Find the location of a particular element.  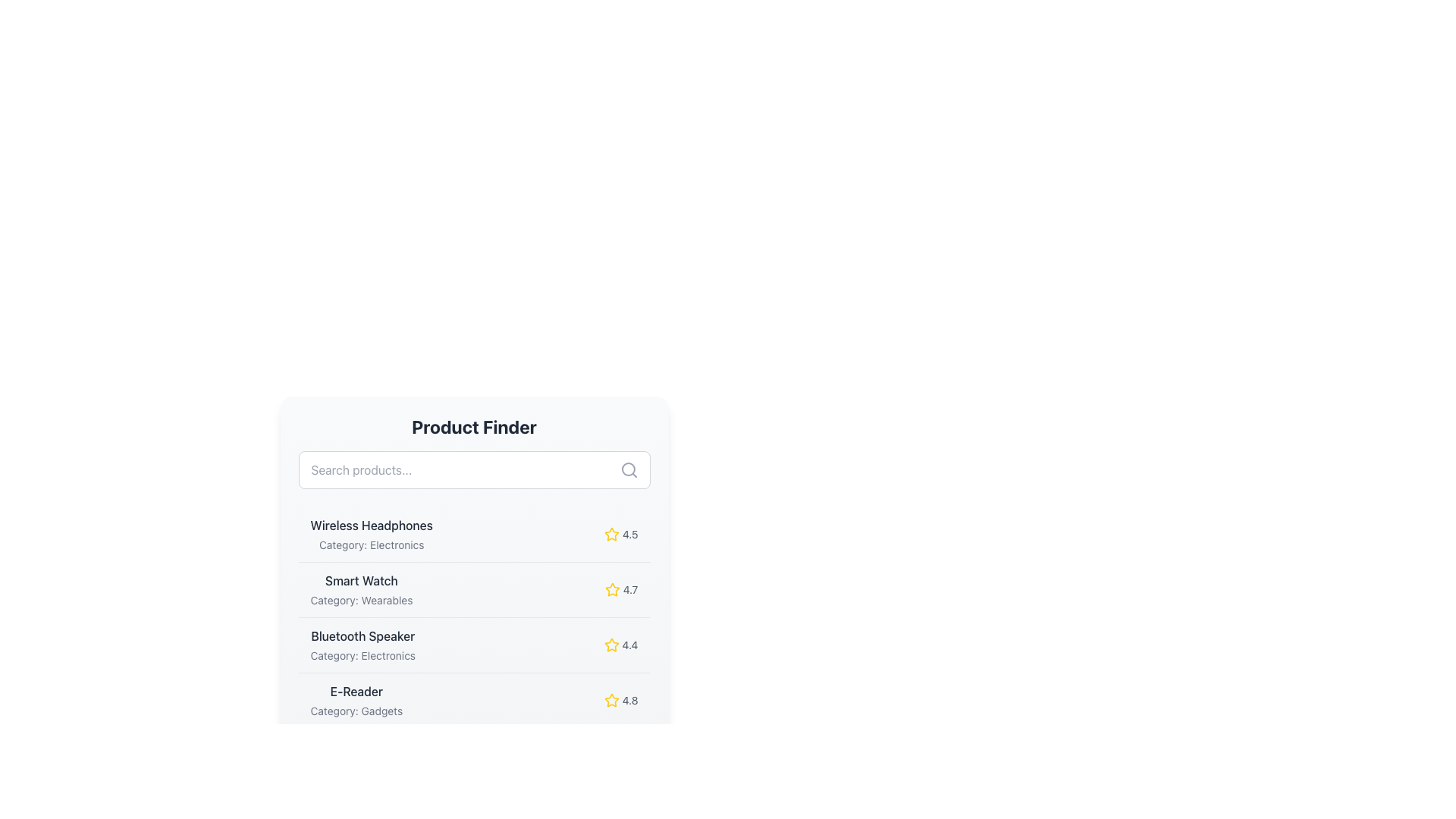

the Rating indicator for the 'Bluetooth Speaker' product, which is located on the right side of the row titled 'Bluetooth Speaker.' is located at coordinates (621, 645).